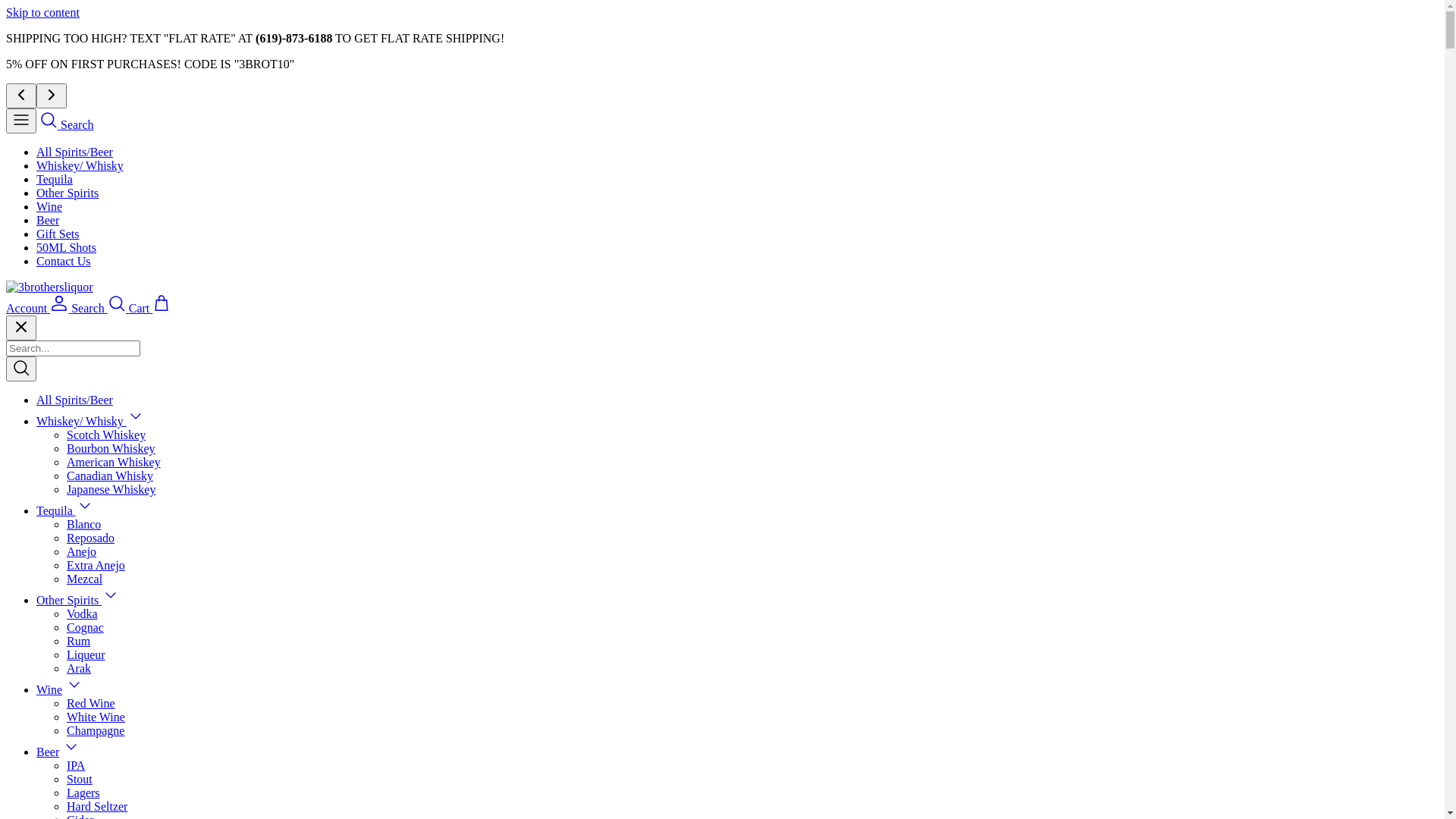  I want to click on 'Wine', so click(49, 206).